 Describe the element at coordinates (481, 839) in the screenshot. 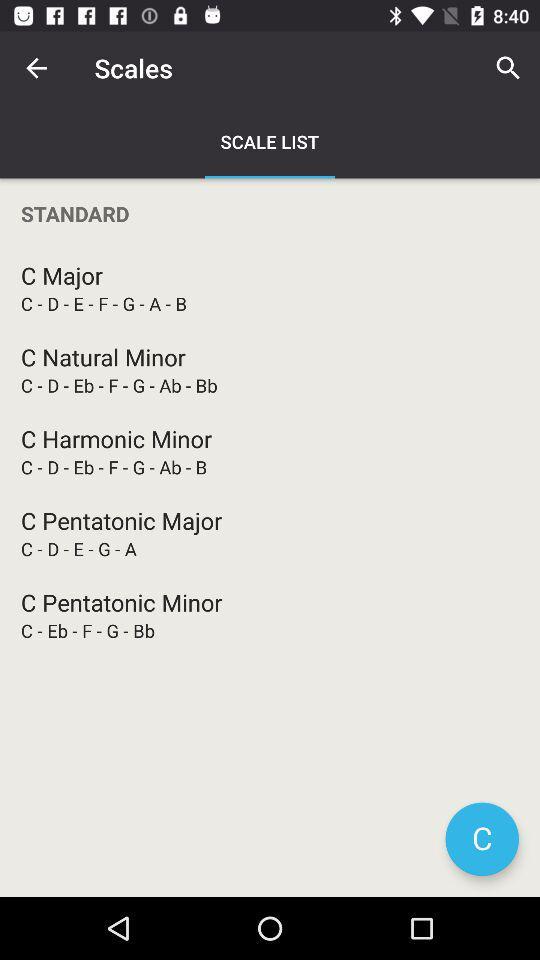

I see `icon below c eb f item` at that location.